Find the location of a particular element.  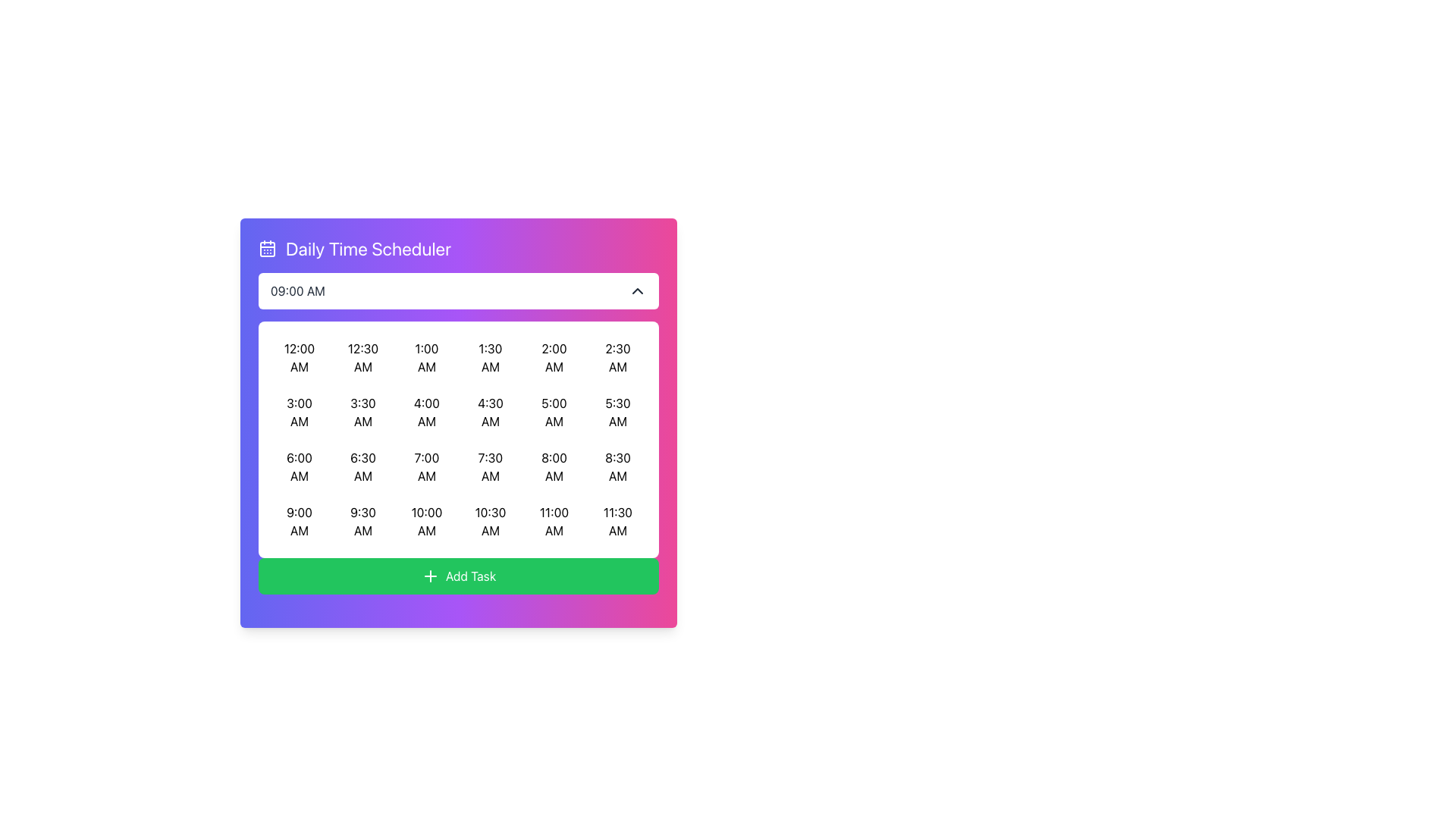

the '5:00 AM' selectable time slot button located in the second row and fifth column of the time slot grid in the 'Daily Time Scheduler' modal is located at coordinates (553, 412).